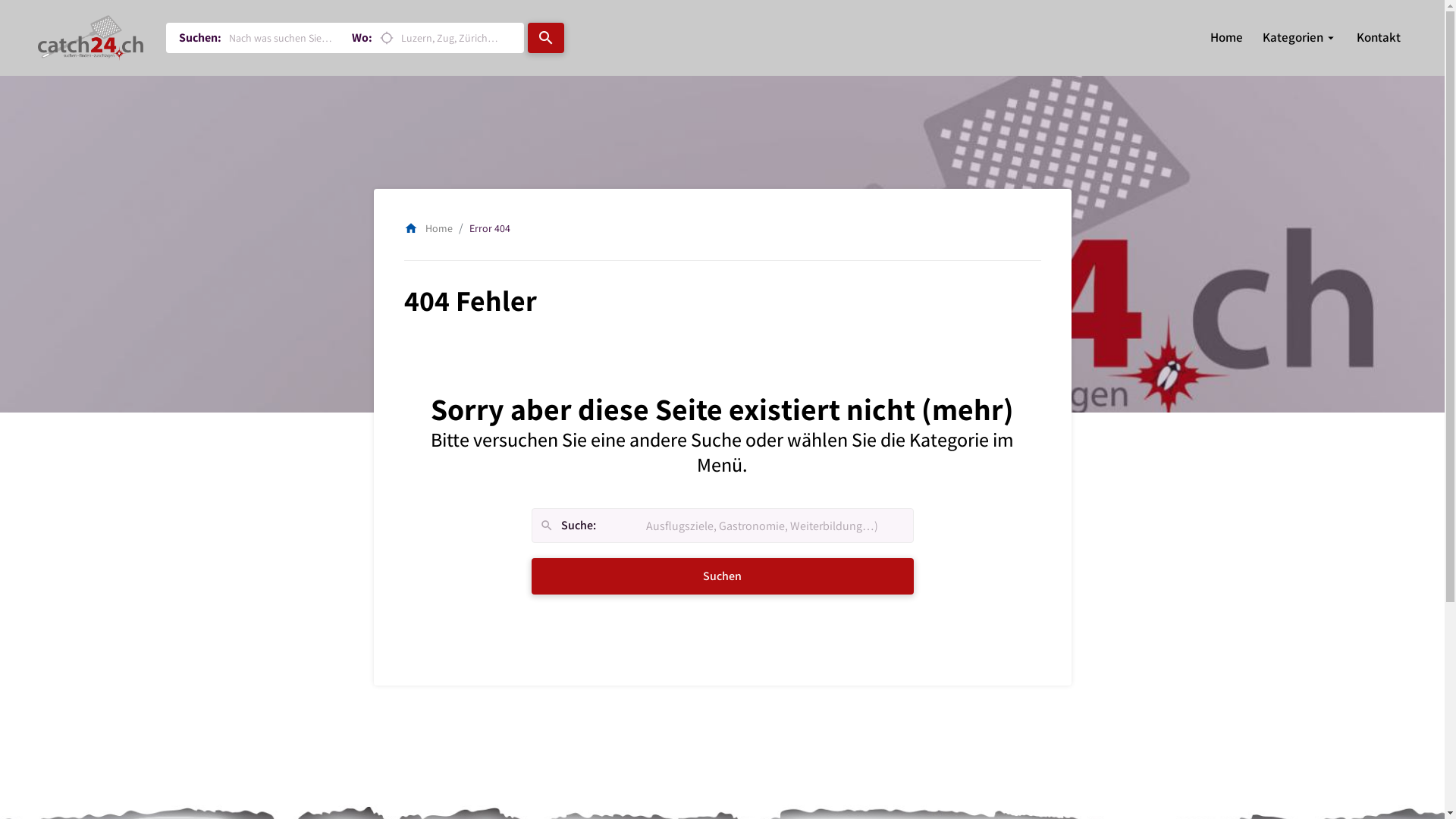 The height and width of the screenshot is (819, 1456). What do you see at coordinates (468, 227) in the screenshot?
I see `'Error 404'` at bounding box center [468, 227].